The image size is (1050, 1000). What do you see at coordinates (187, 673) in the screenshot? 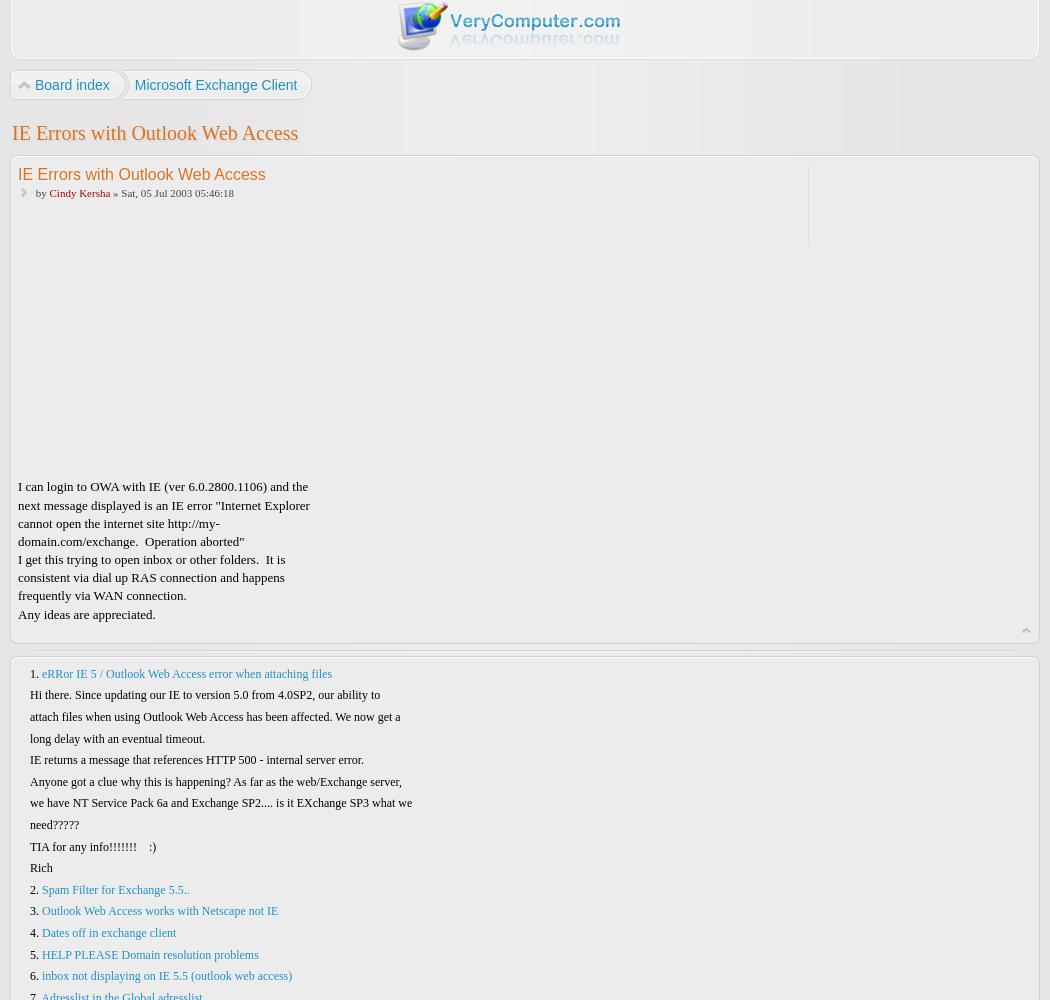
I see `'eRRor IE 5 / Outlook Web Access error when attaching files'` at bounding box center [187, 673].